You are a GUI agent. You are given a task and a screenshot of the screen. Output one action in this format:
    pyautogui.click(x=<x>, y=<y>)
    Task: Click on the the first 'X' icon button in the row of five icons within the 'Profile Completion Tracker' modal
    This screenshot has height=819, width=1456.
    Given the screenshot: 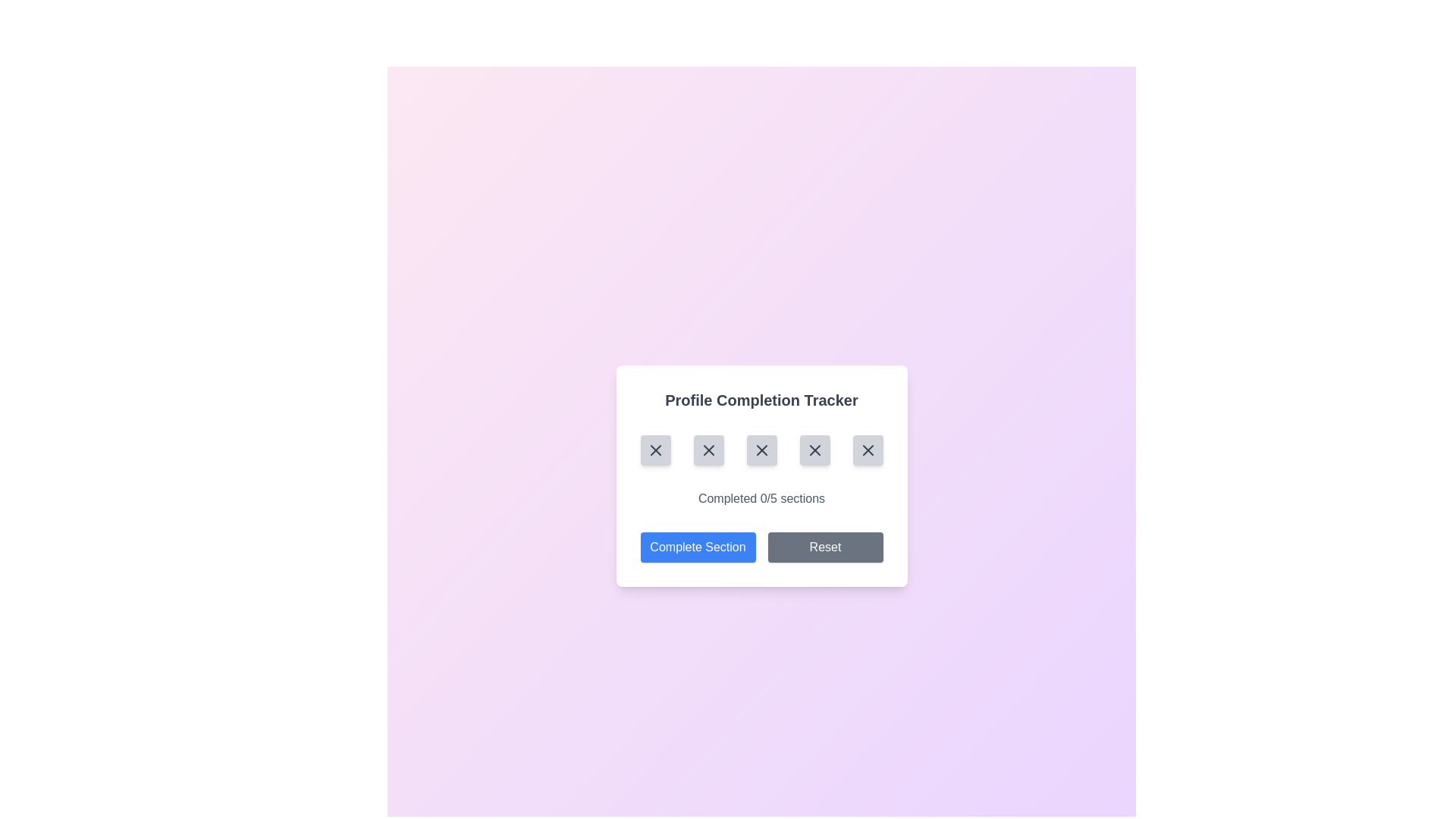 What is the action you would take?
    pyautogui.click(x=655, y=450)
    